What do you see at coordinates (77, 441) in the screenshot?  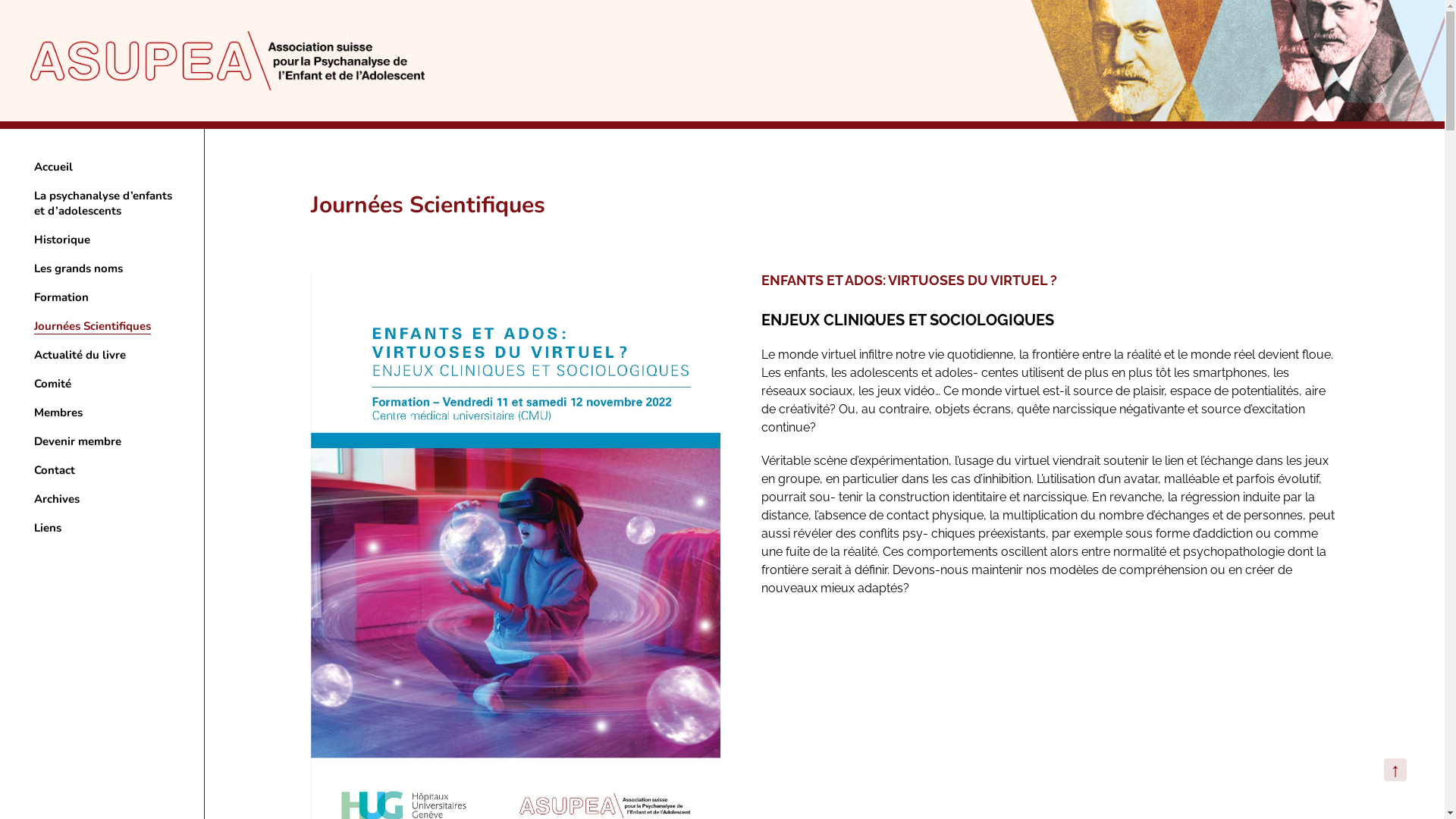 I see `'Devenir membre'` at bounding box center [77, 441].